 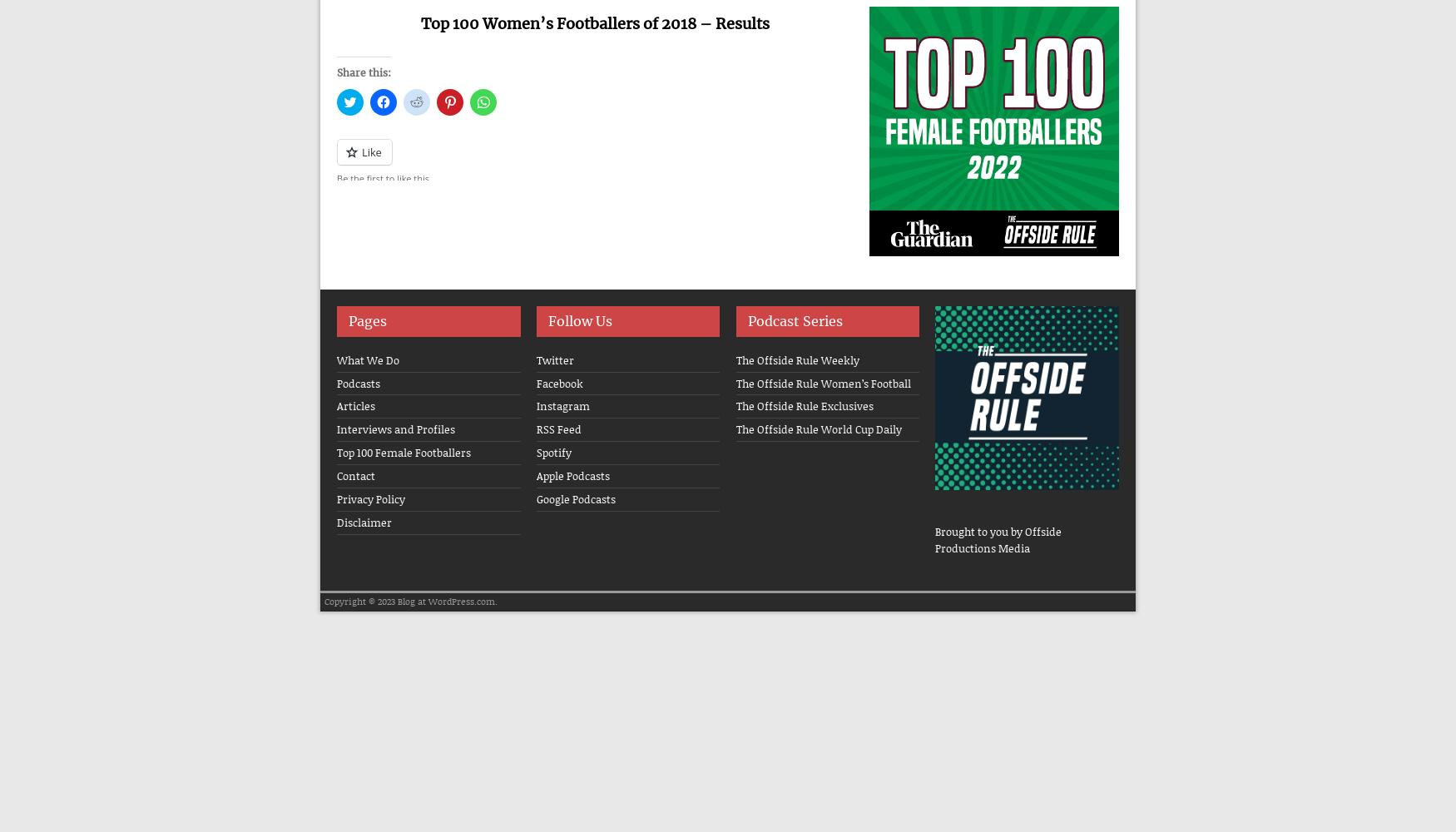 What do you see at coordinates (818, 429) in the screenshot?
I see `'The Offside Rule World Cup Daily'` at bounding box center [818, 429].